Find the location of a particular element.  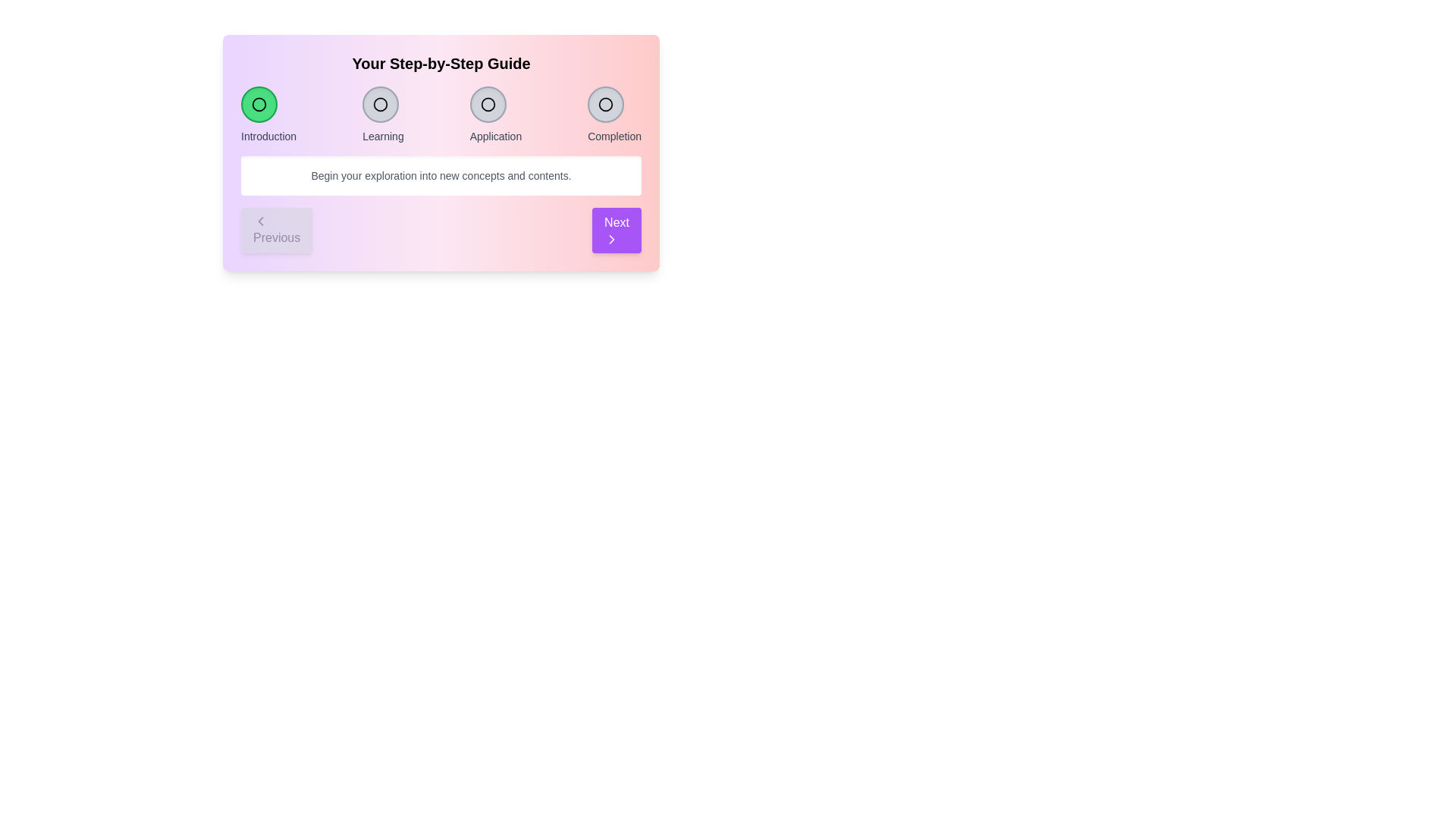

the arrow icon within the purple 'Next' button located in the bottom-right corner of the central card interface is located at coordinates (612, 239).